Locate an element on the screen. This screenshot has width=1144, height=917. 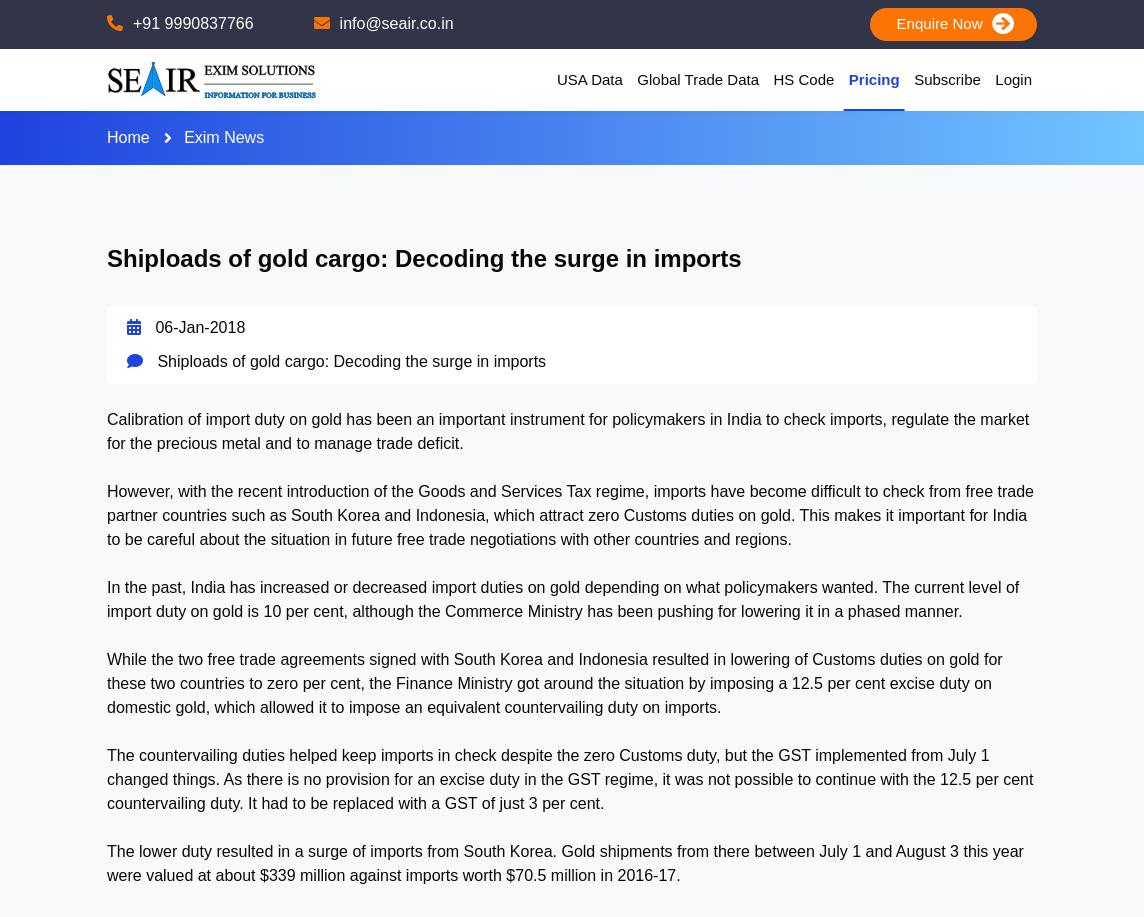
'However, with the recent introduction of the Goods and Services Tax regime, imports have become difficult to check from free trade partner countries such as South Korea and Indonesia, which attract zero Customs duties on gold. This makes it important for India to be careful about the situation in future free trade negotiations with other countries and regions.' is located at coordinates (569, 513).